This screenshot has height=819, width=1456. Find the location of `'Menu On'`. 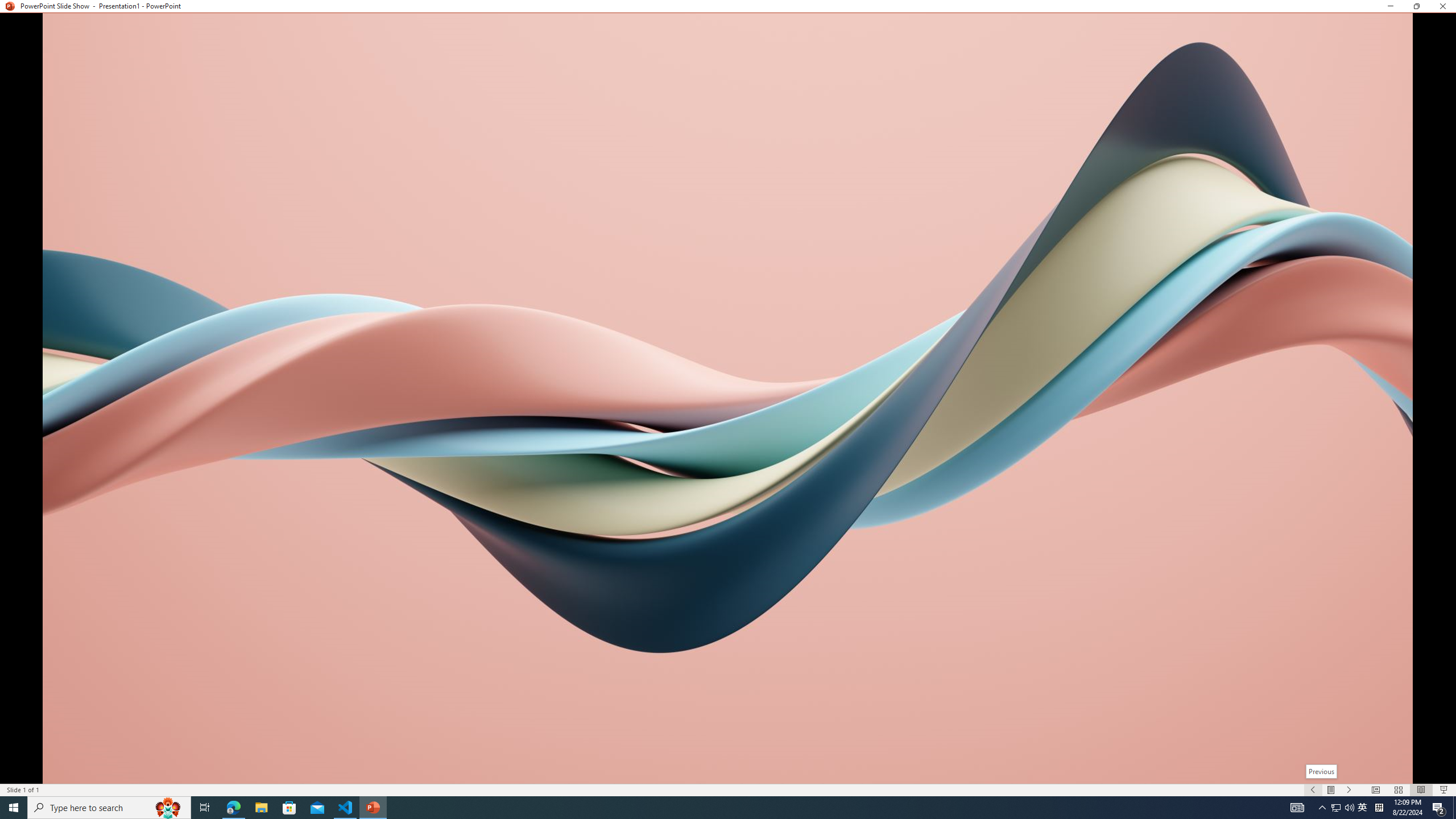

'Menu On' is located at coordinates (1331, 790).